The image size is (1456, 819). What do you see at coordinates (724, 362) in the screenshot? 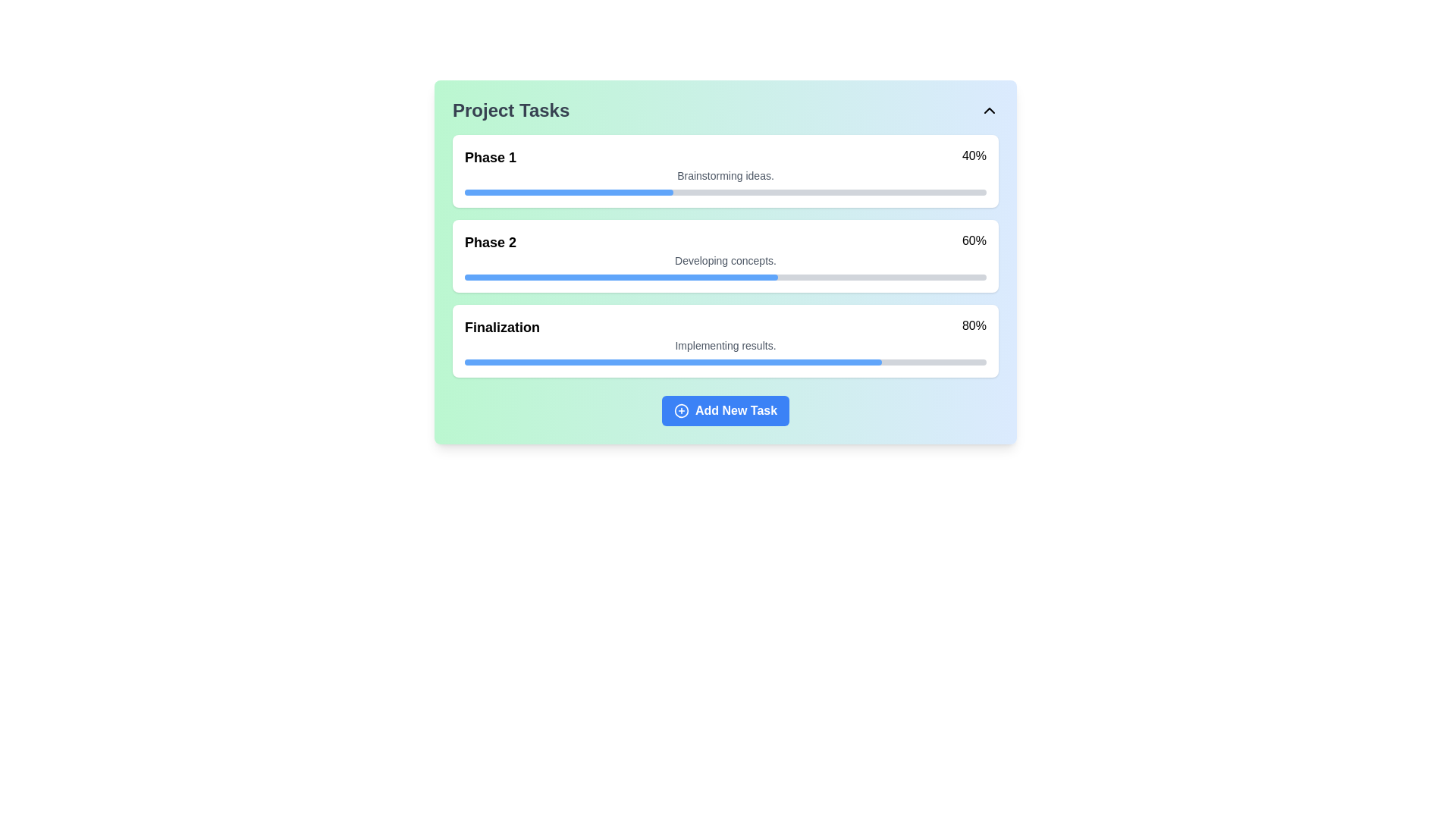
I see `the rectangular progress indicator in the 'Finalization' section, located under the text 'Implementing results.'` at bounding box center [724, 362].